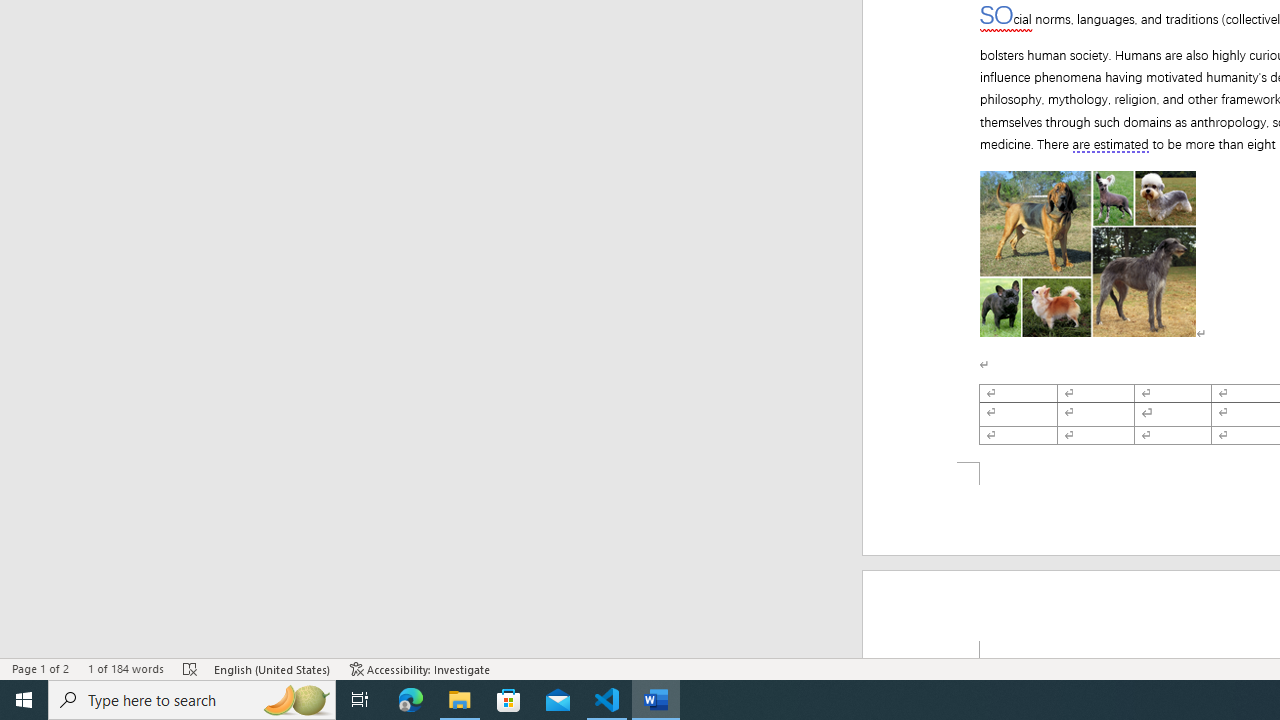  I want to click on 'Morphological variation in six dogs', so click(1087, 253).